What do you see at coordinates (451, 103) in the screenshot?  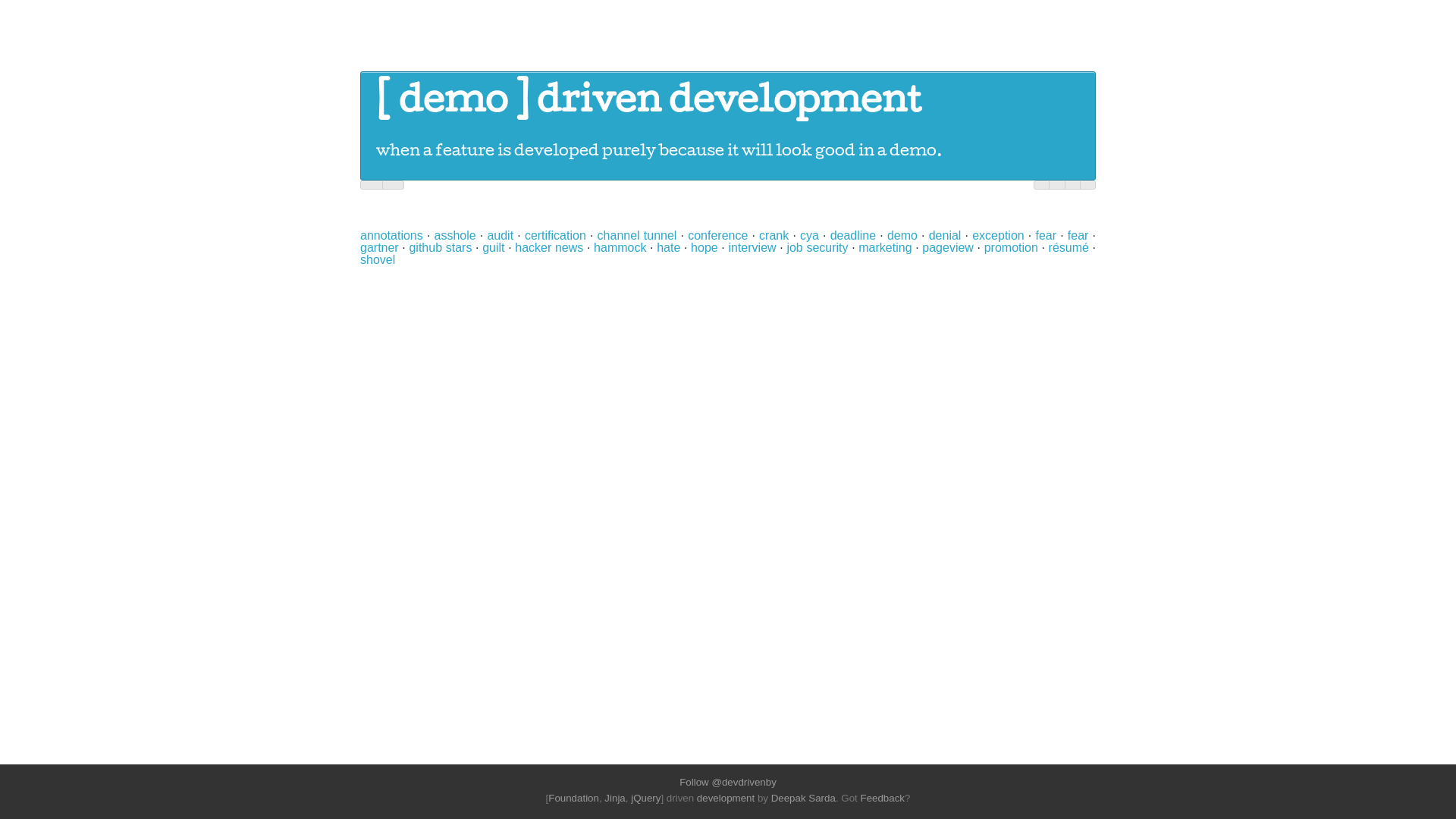 I see `'demo'` at bounding box center [451, 103].